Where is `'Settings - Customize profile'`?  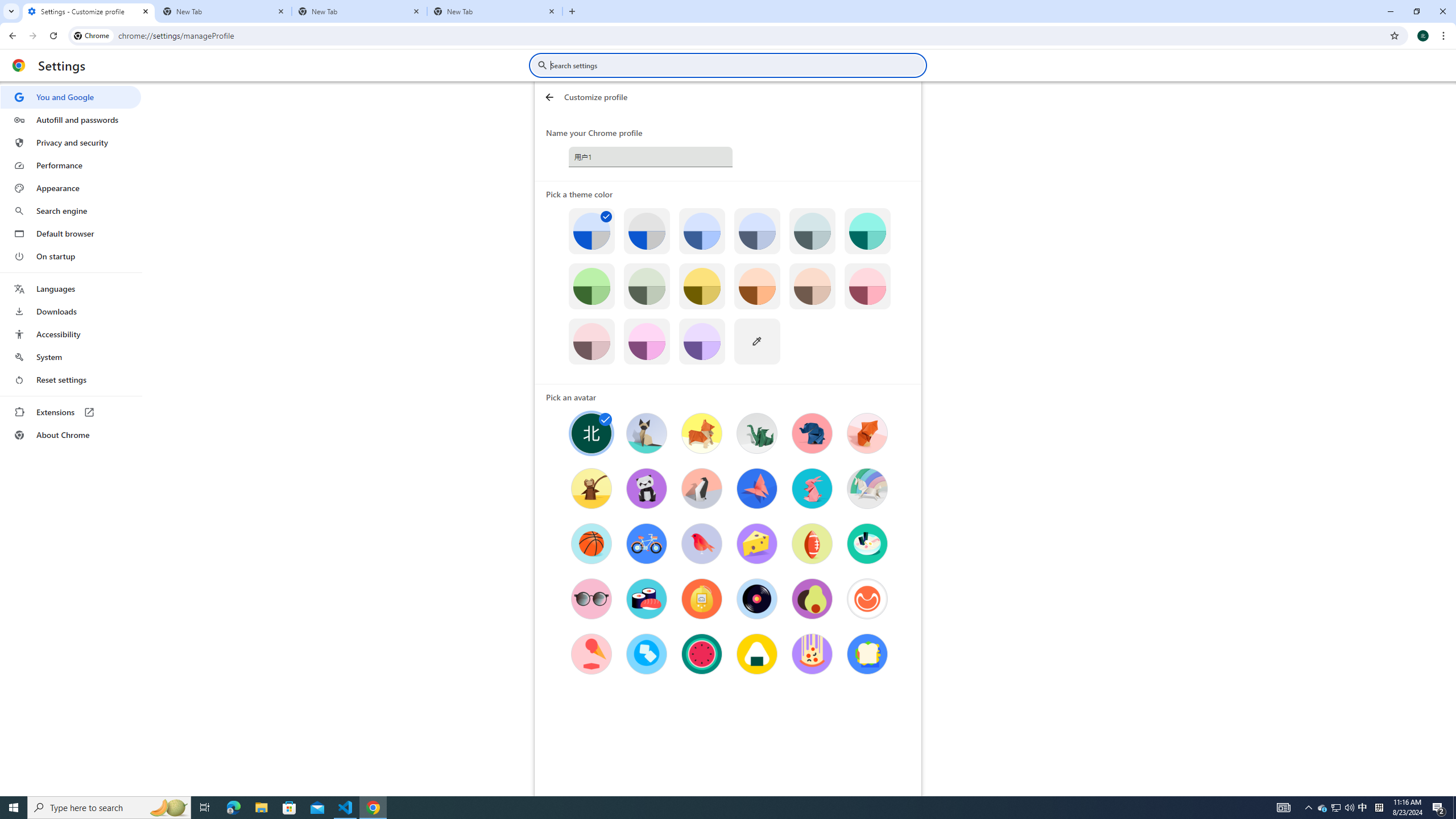
'Settings - Customize profile' is located at coordinates (88, 11).